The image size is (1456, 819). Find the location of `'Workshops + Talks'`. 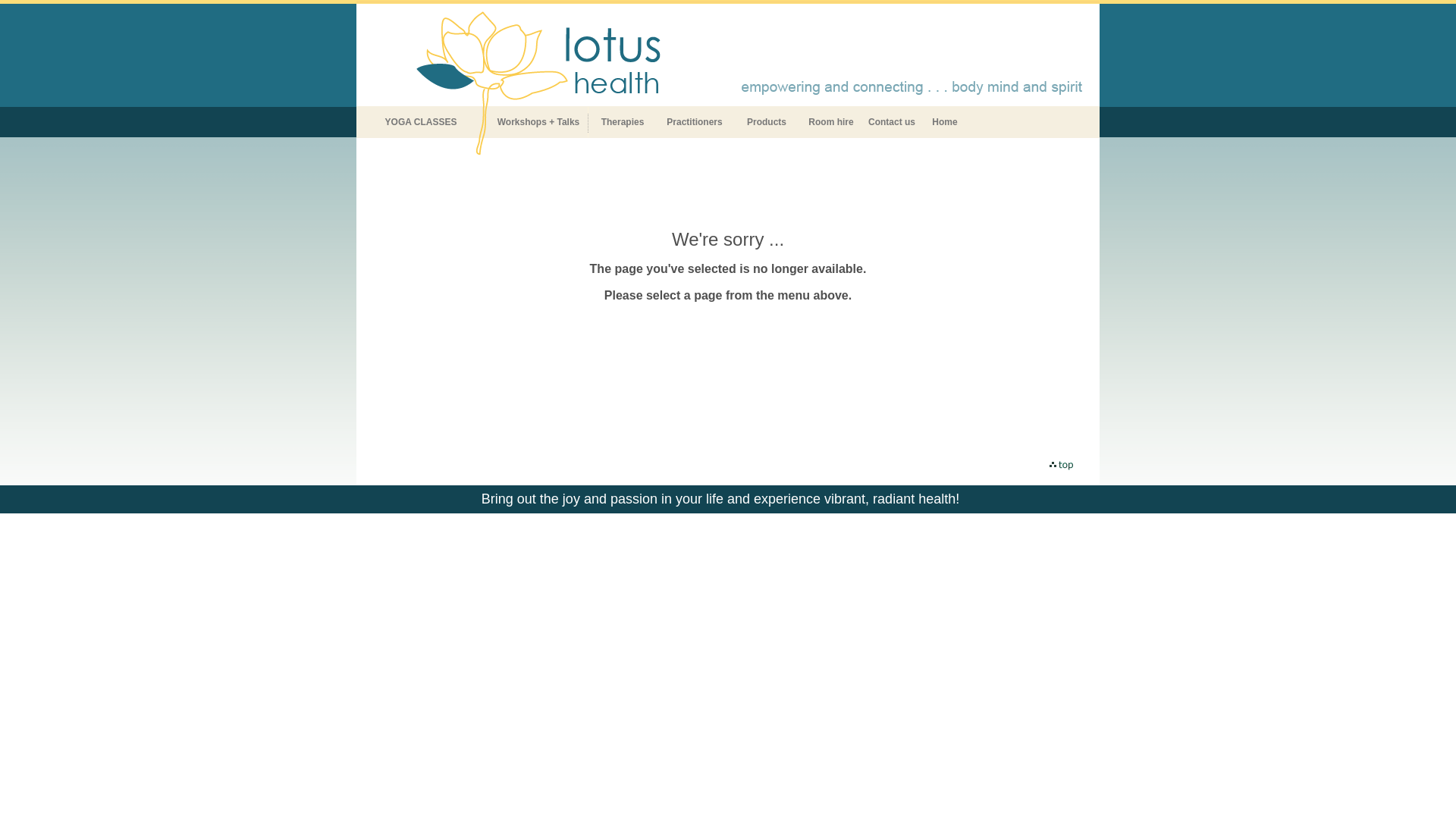

'Workshops + Talks' is located at coordinates (488, 121).